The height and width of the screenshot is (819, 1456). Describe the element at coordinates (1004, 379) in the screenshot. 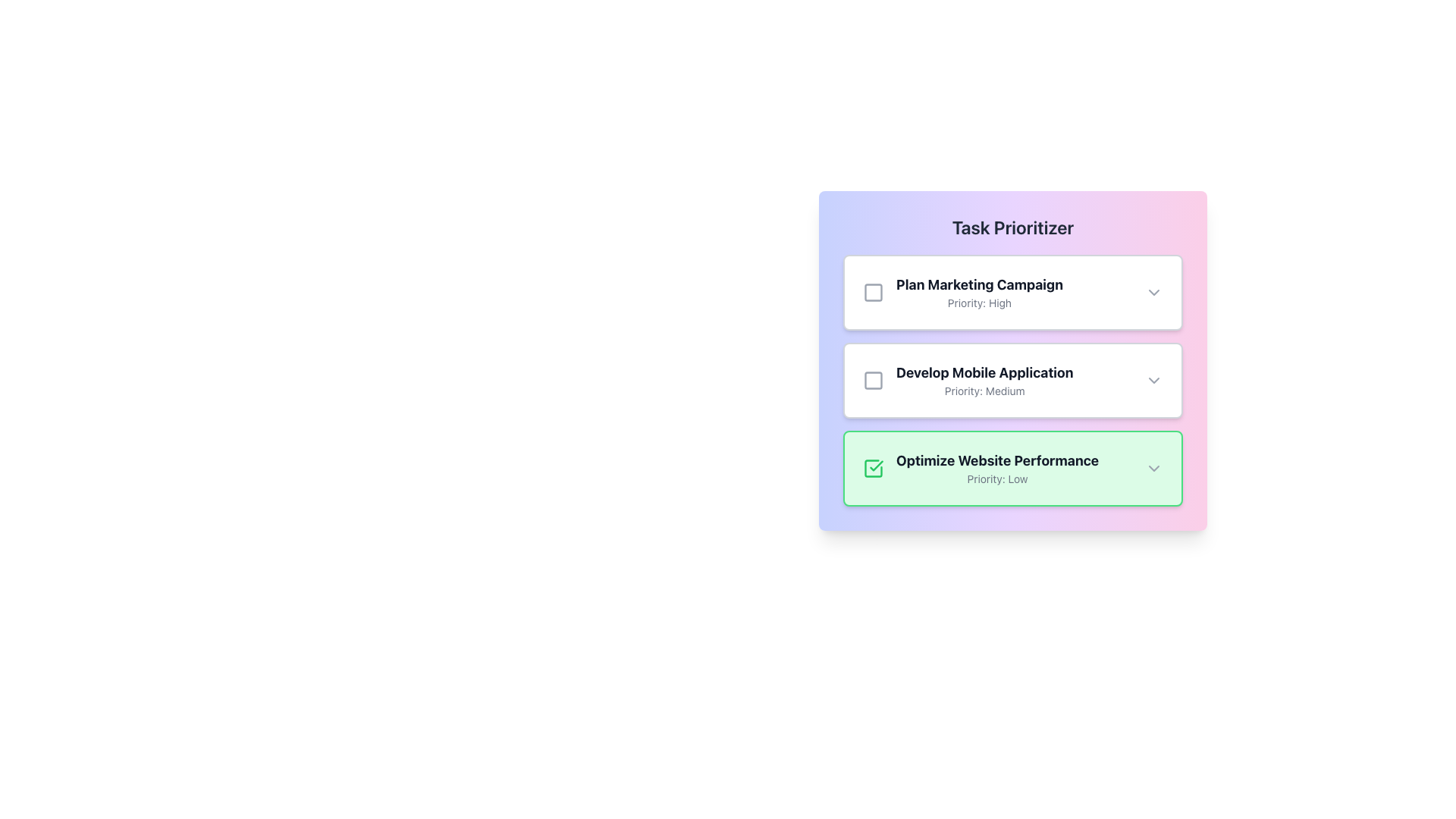

I see `the checkbox next to the task item 'Develop Mobile Application'` at that location.